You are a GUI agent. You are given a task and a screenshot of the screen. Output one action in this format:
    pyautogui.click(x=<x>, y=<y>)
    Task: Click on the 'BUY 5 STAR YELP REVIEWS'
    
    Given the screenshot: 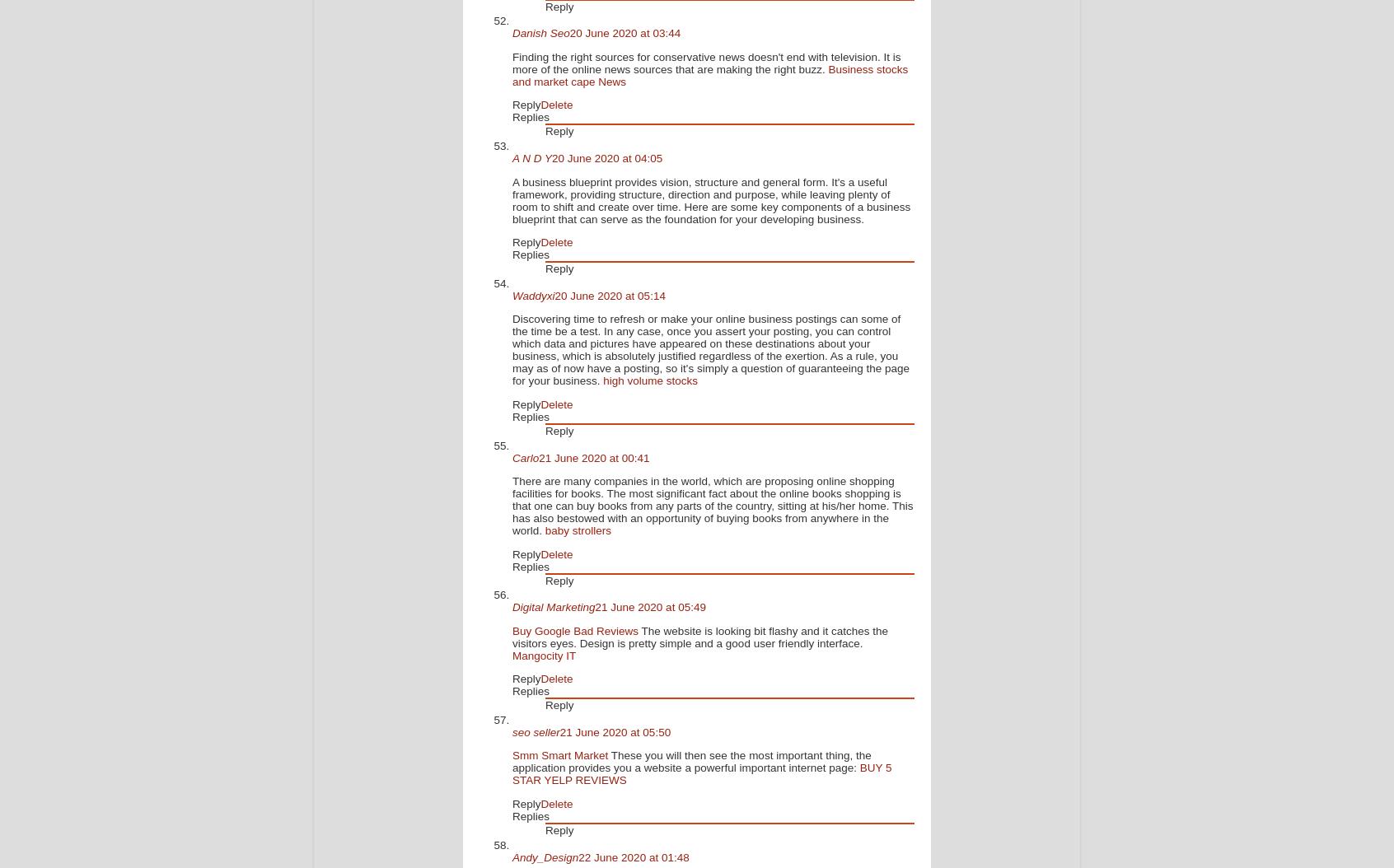 What is the action you would take?
    pyautogui.click(x=700, y=772)
    